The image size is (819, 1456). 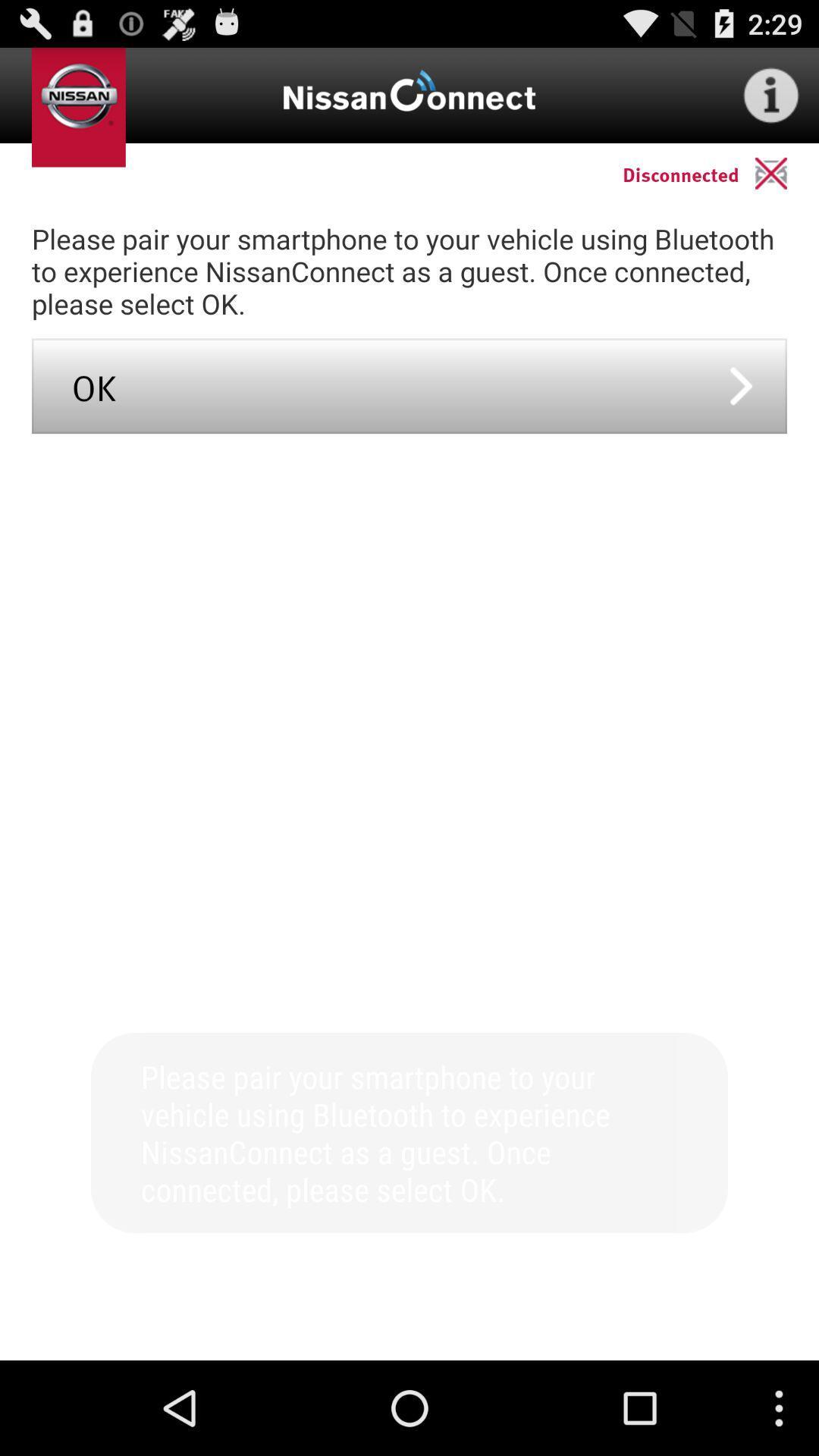 I want to click on icon above please pair your icon, so click(x=786, y=173).